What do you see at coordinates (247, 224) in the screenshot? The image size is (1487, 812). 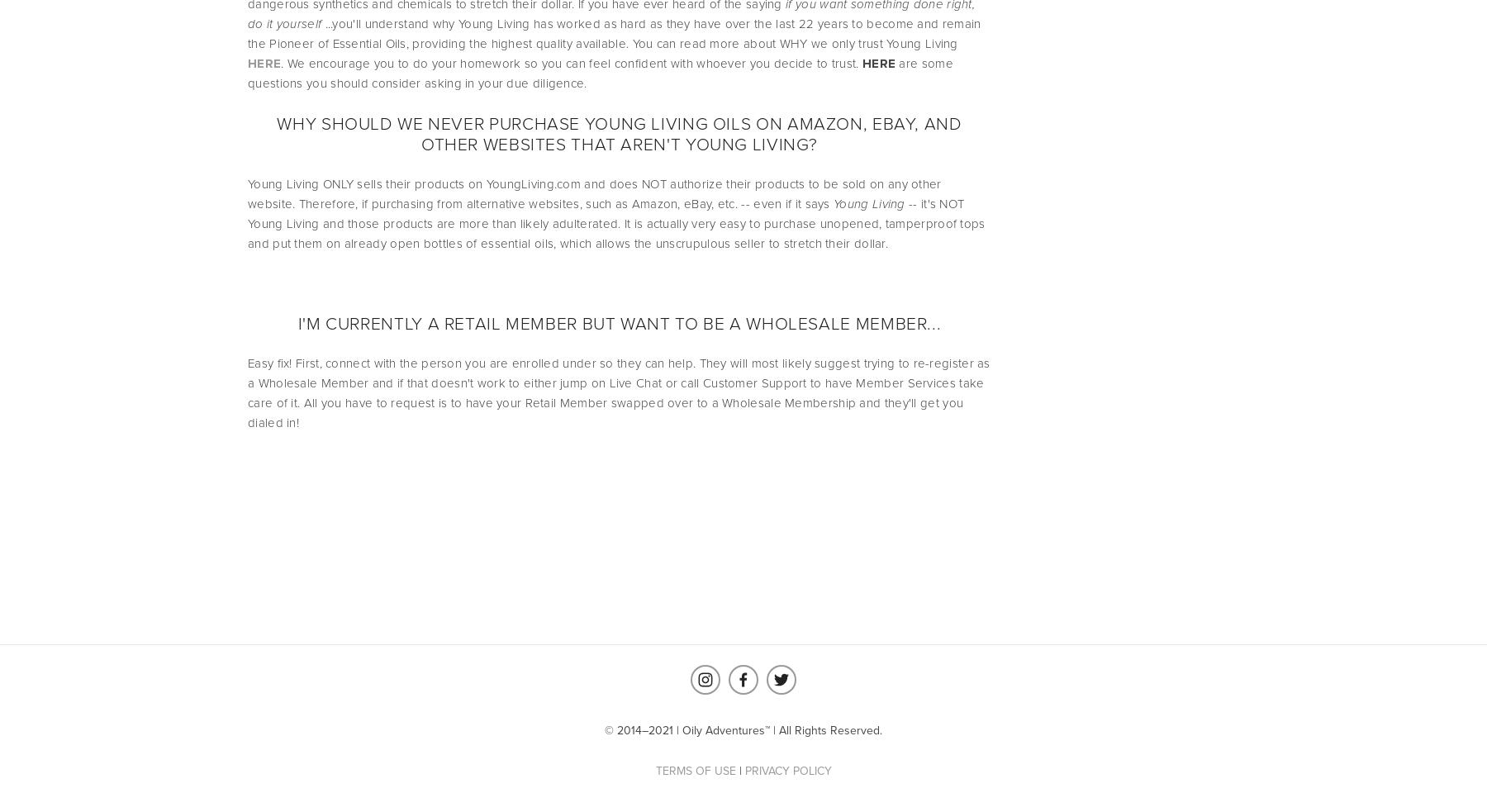 I see `'-- it's NOT Young Living and those products are more than likely adulterated. It is actually very easy to purchase unopened, tamperproof tops and put them on already open bottles of essential oils, which allows the unscrupulous seller to stretch their dollar.'` at bounding box center [247, 224].